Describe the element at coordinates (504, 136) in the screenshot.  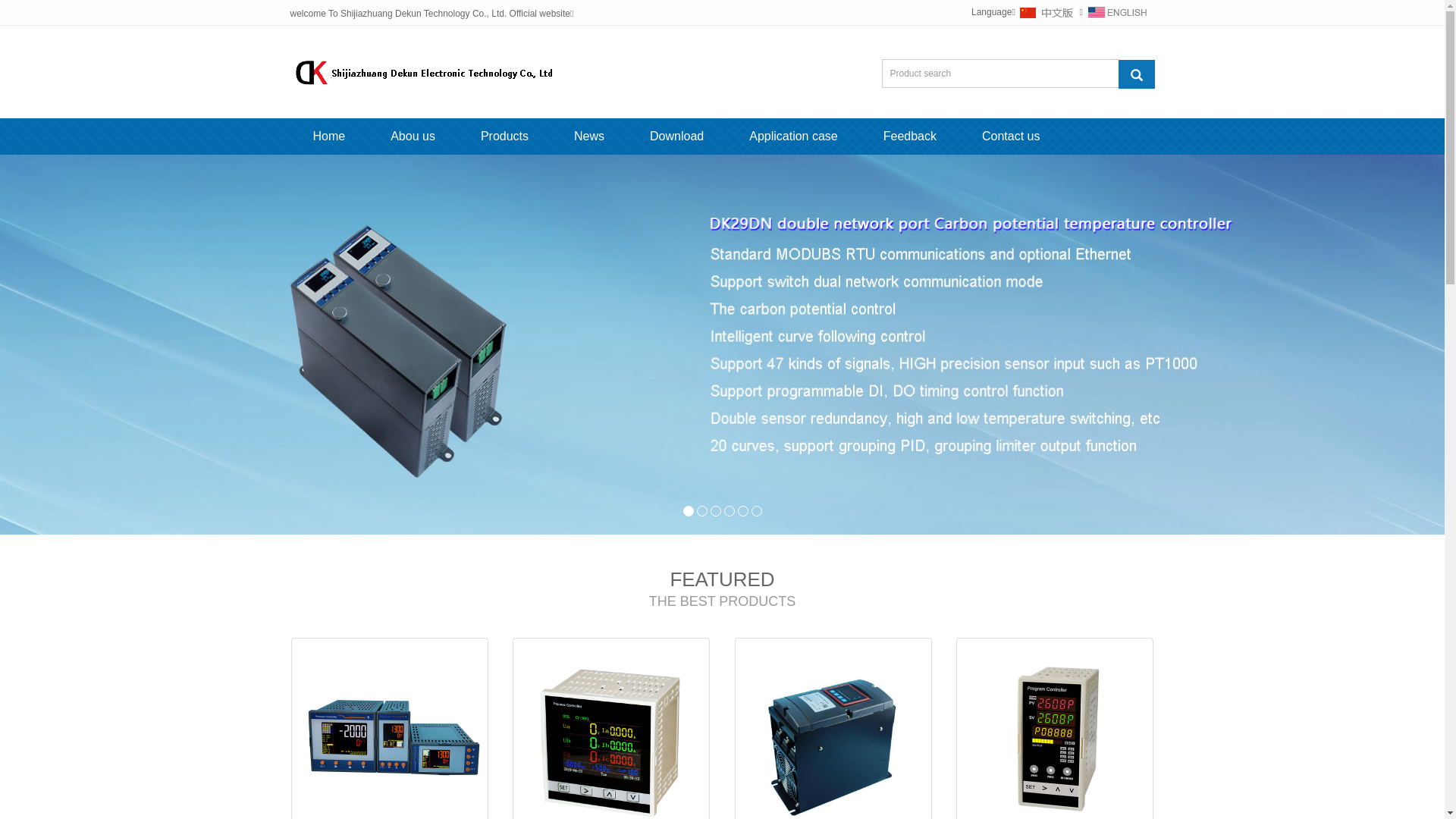
I see `'Products'` at that location.